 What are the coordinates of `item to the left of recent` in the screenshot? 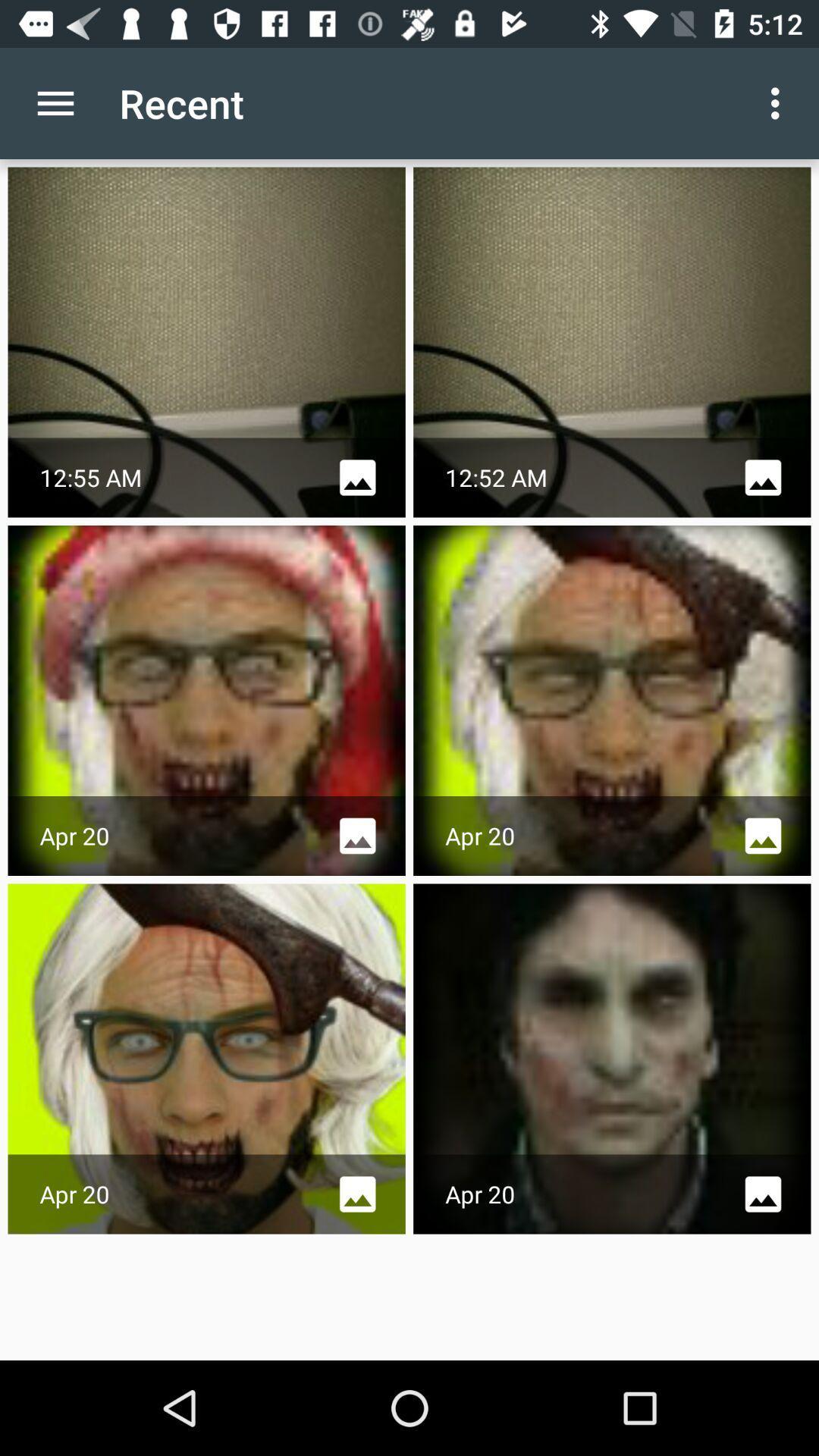 It's located at (55, 102).